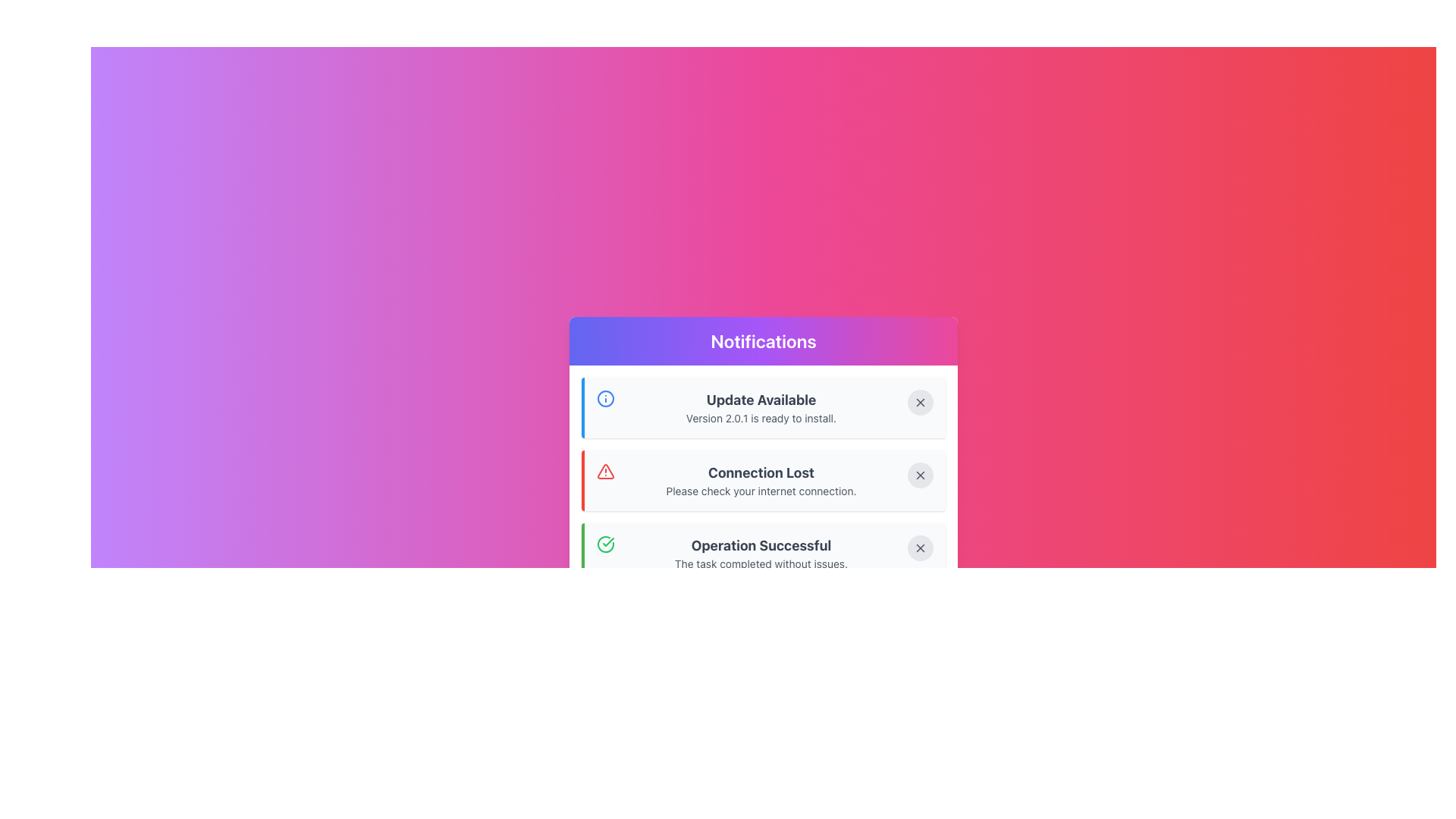 The width and height of the screenshot is (1456, 819). I want to click on the circular close button with a dark gray 'X' icon located at the top right corner of the 'Operation Successful' notification card, so click(920, 548).